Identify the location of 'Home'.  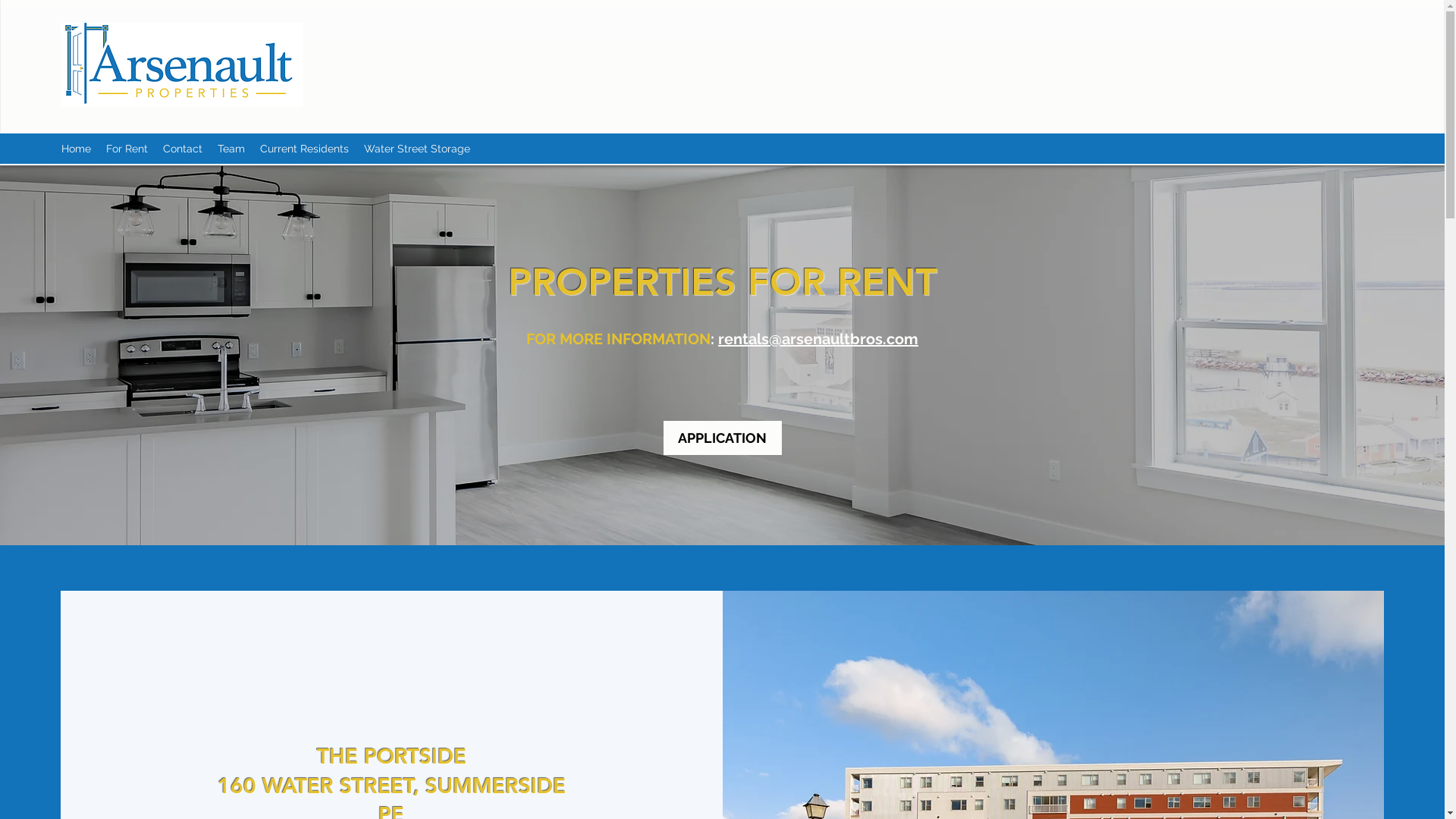
(75, 149).